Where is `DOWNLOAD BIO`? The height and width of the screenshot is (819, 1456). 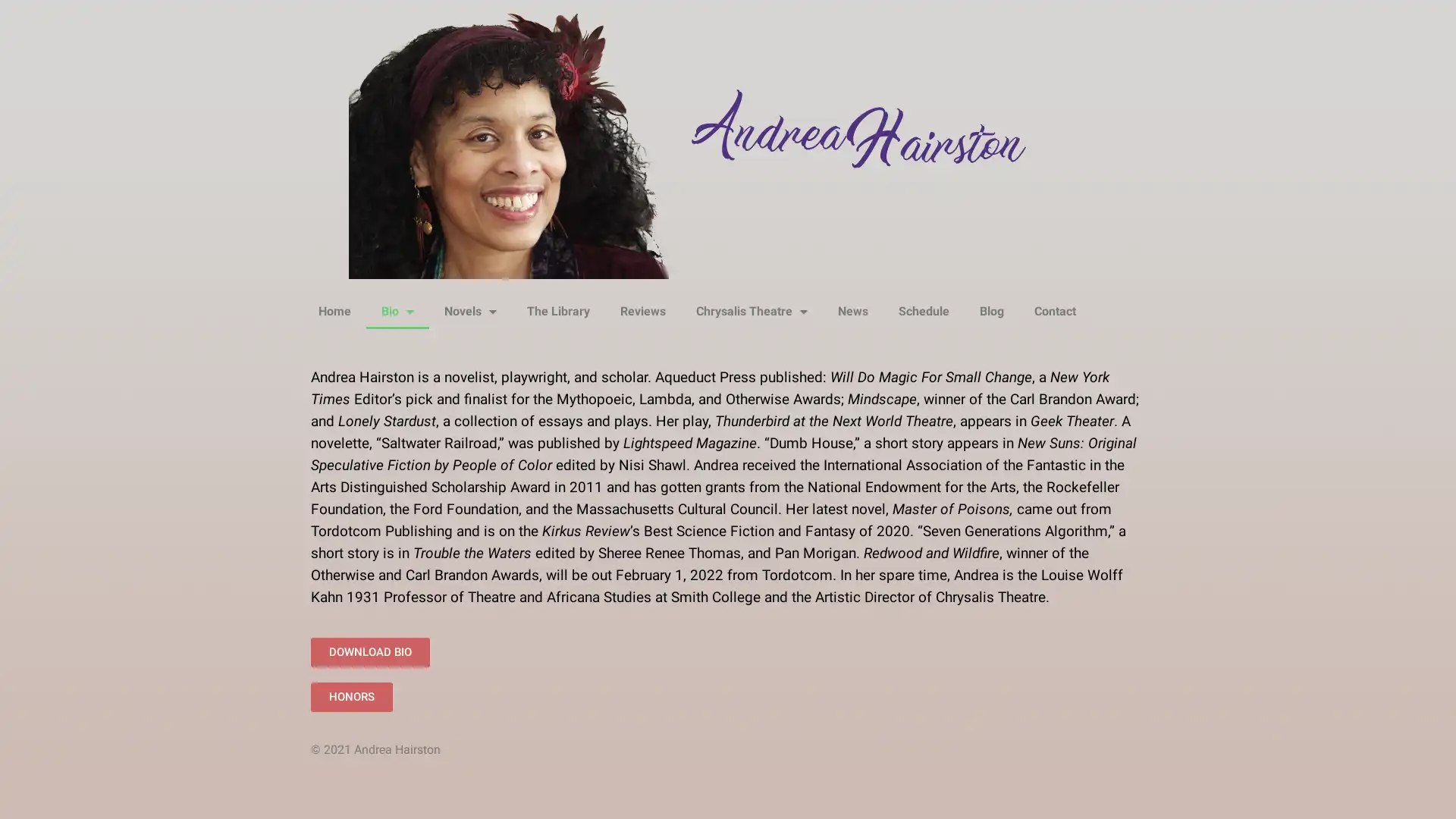 DOWNLOAD BIO is located at coordinates (370, 651).